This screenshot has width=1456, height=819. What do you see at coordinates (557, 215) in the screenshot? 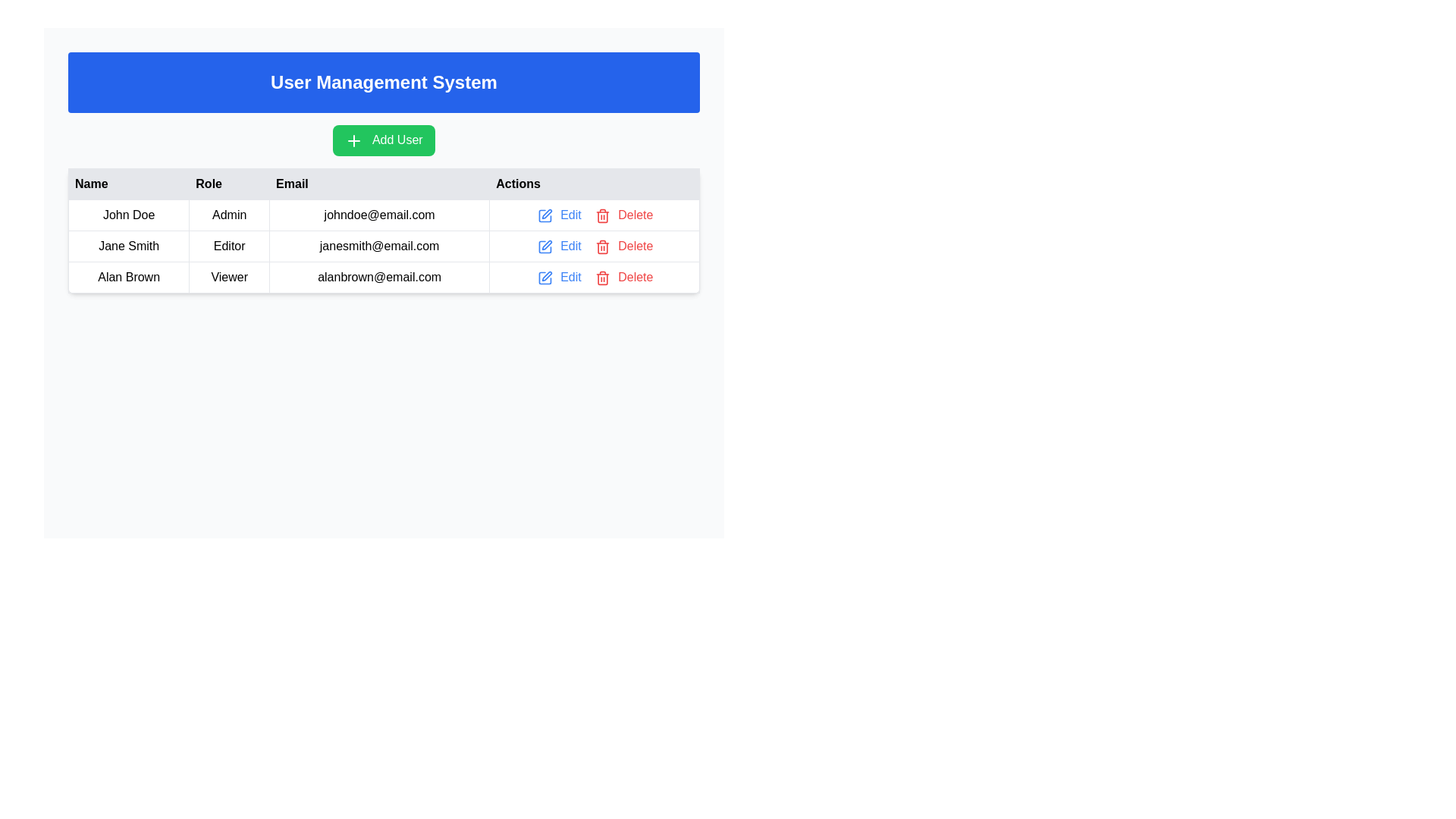
I see `the 'Edit' interactive link styled as a button in the Actions column of the first row, which corresponds to the data for 'John Doe'` at bounding box center [557, 215].